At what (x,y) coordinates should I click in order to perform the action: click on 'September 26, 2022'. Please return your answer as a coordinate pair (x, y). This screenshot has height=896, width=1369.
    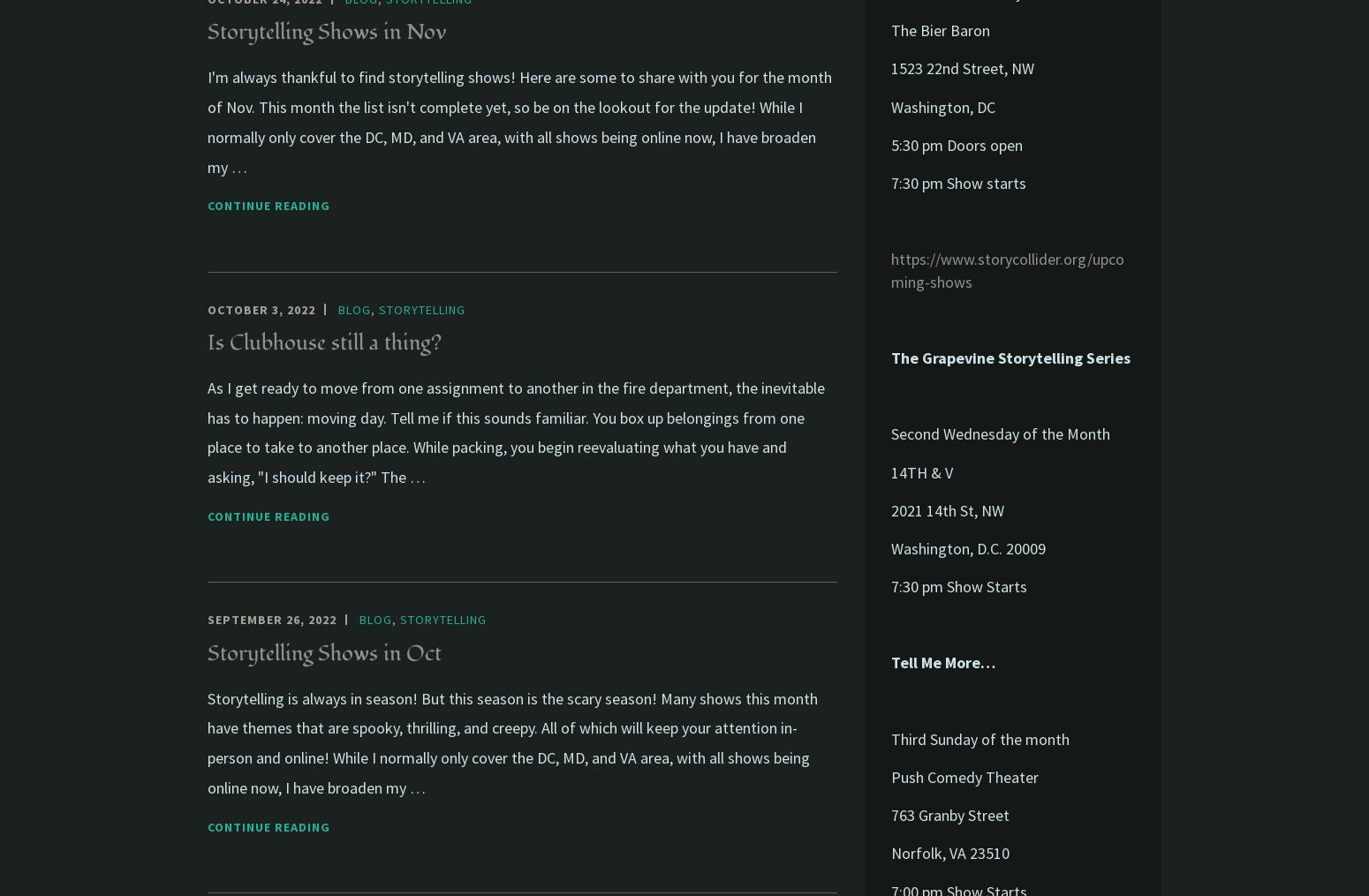
    Looking at the image, I should click on (271, 619).